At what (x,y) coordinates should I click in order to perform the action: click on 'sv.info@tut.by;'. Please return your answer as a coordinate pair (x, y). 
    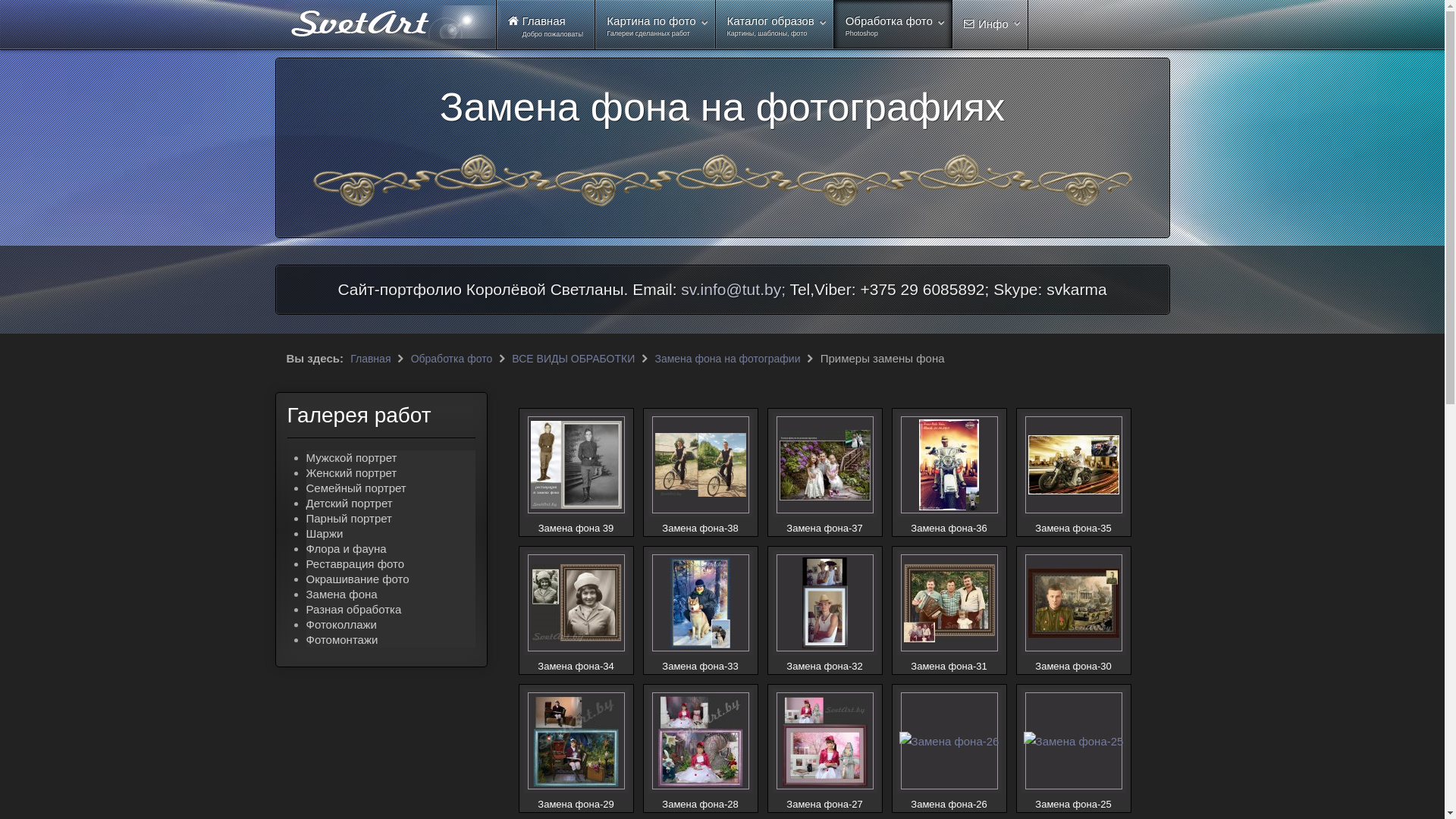
    Looking at the image, I should click on (733, 289).